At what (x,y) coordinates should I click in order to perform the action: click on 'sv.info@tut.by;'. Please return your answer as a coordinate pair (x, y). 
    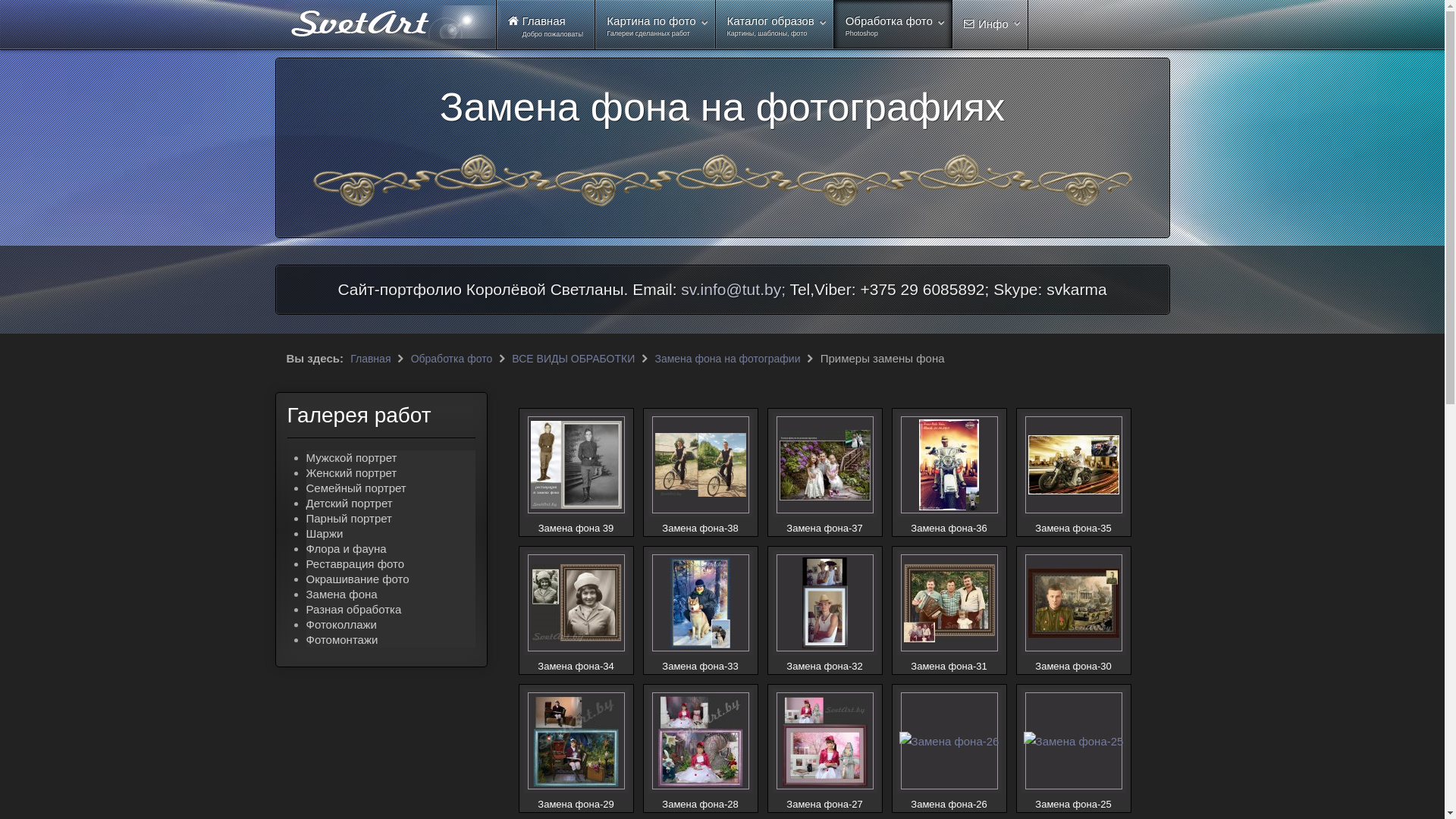
    Looking at the image, I should click on (733, 289).